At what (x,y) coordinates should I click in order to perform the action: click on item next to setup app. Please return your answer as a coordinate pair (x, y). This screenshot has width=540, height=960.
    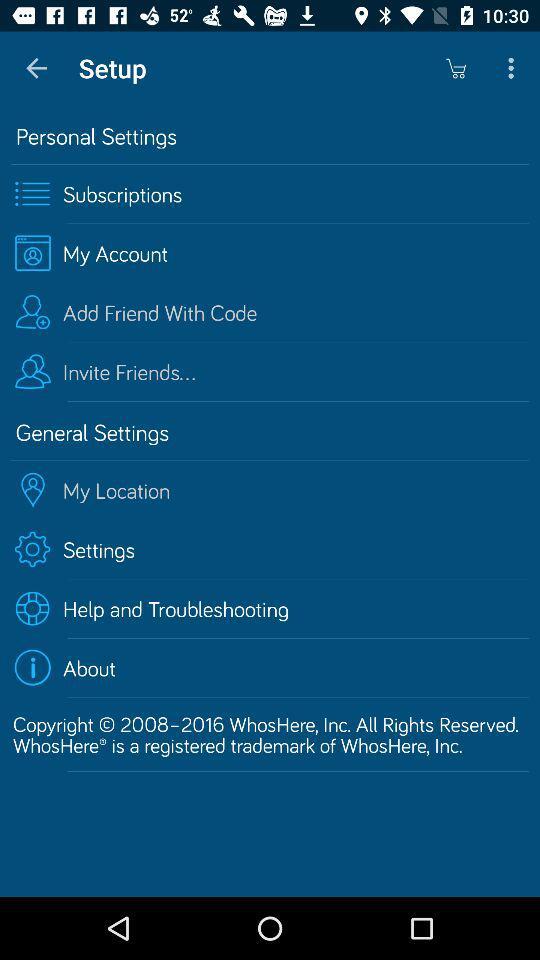
    Looking at the image, I should click on (36, 68).